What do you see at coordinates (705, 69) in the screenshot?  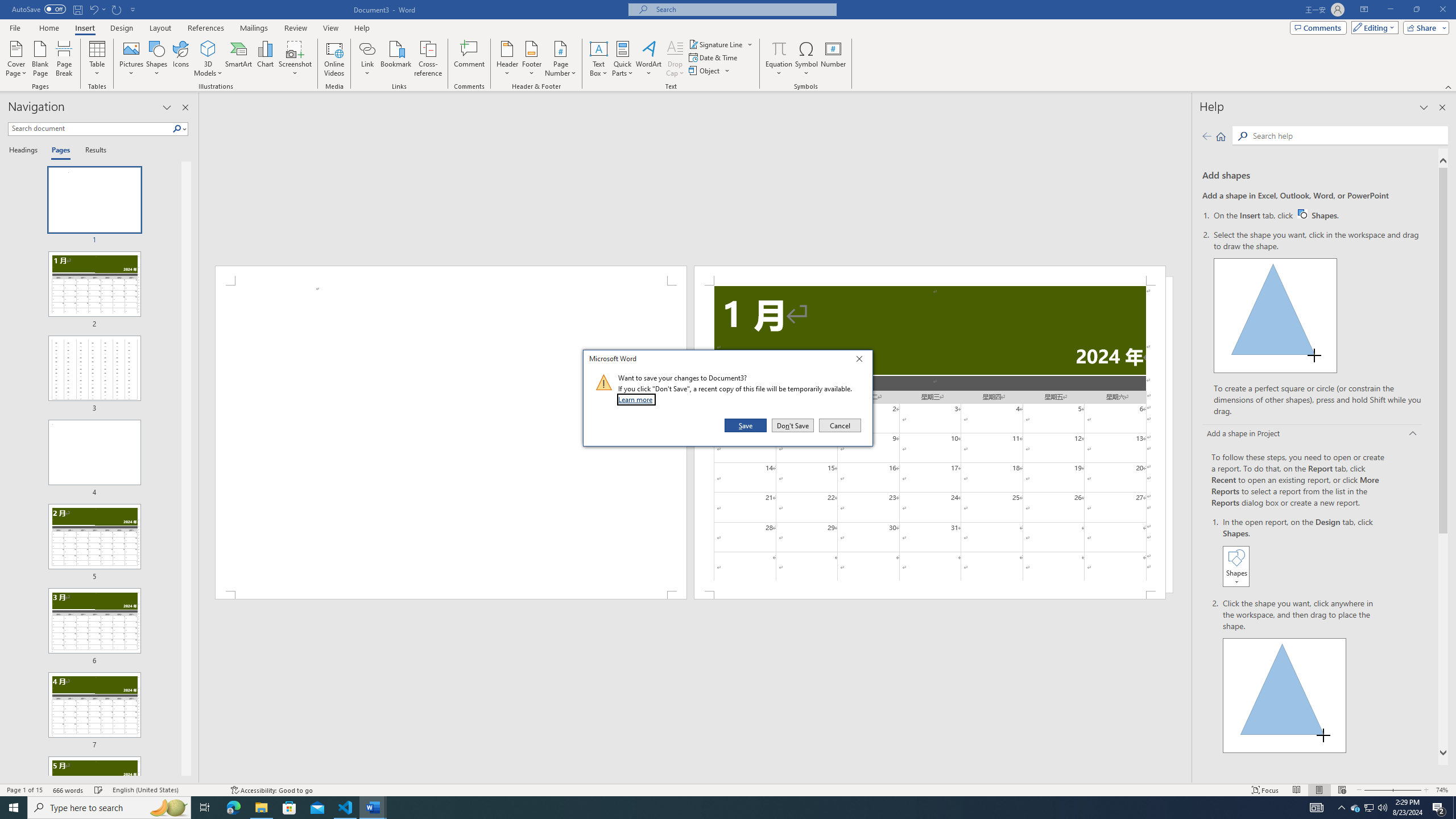 I see `'Object...'` at bounding box center [705, 69].